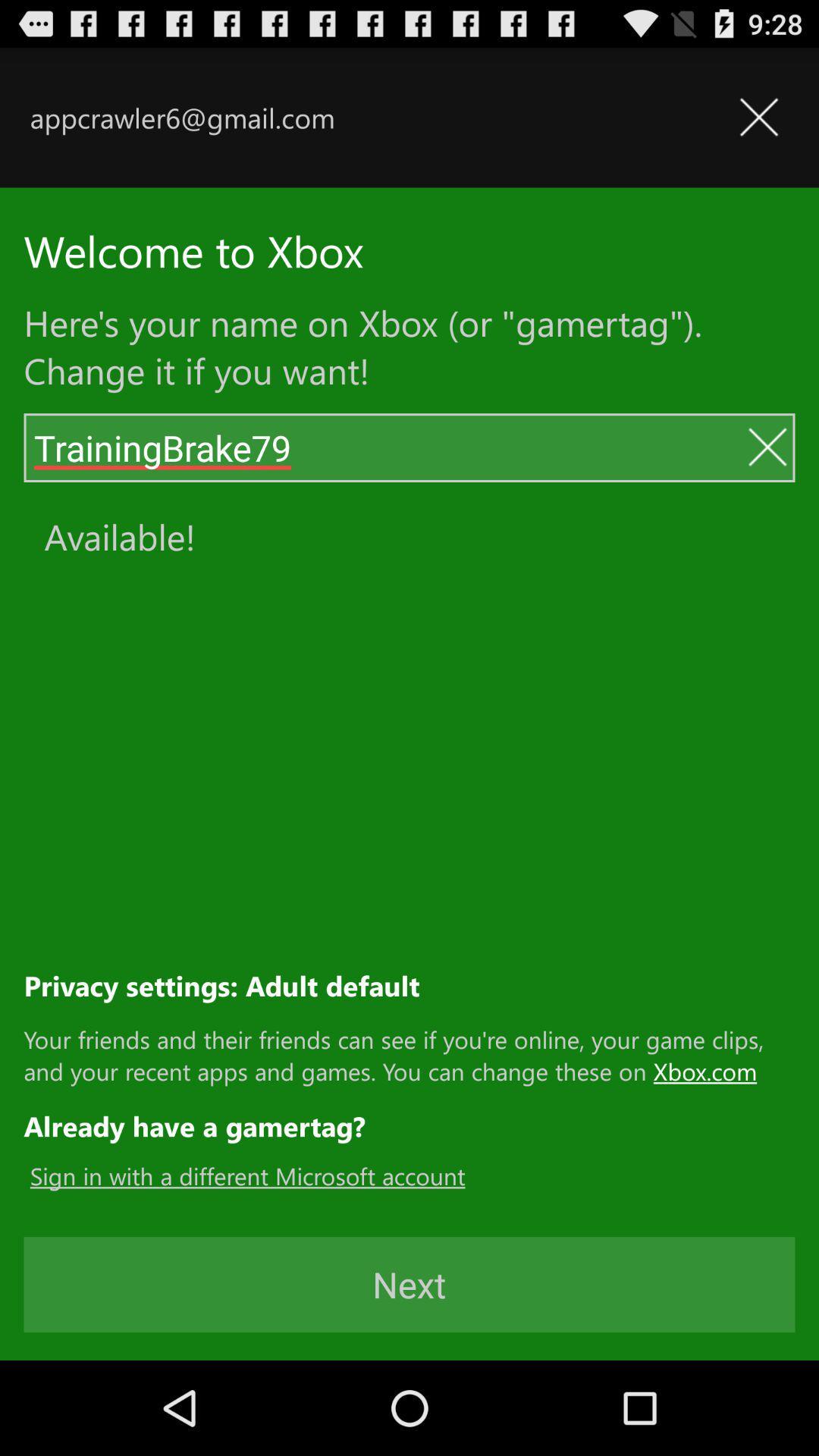 The image size is (819, 1456). I want to click on the close button beside the text appcrawlergmailcom, so click(758, 117).